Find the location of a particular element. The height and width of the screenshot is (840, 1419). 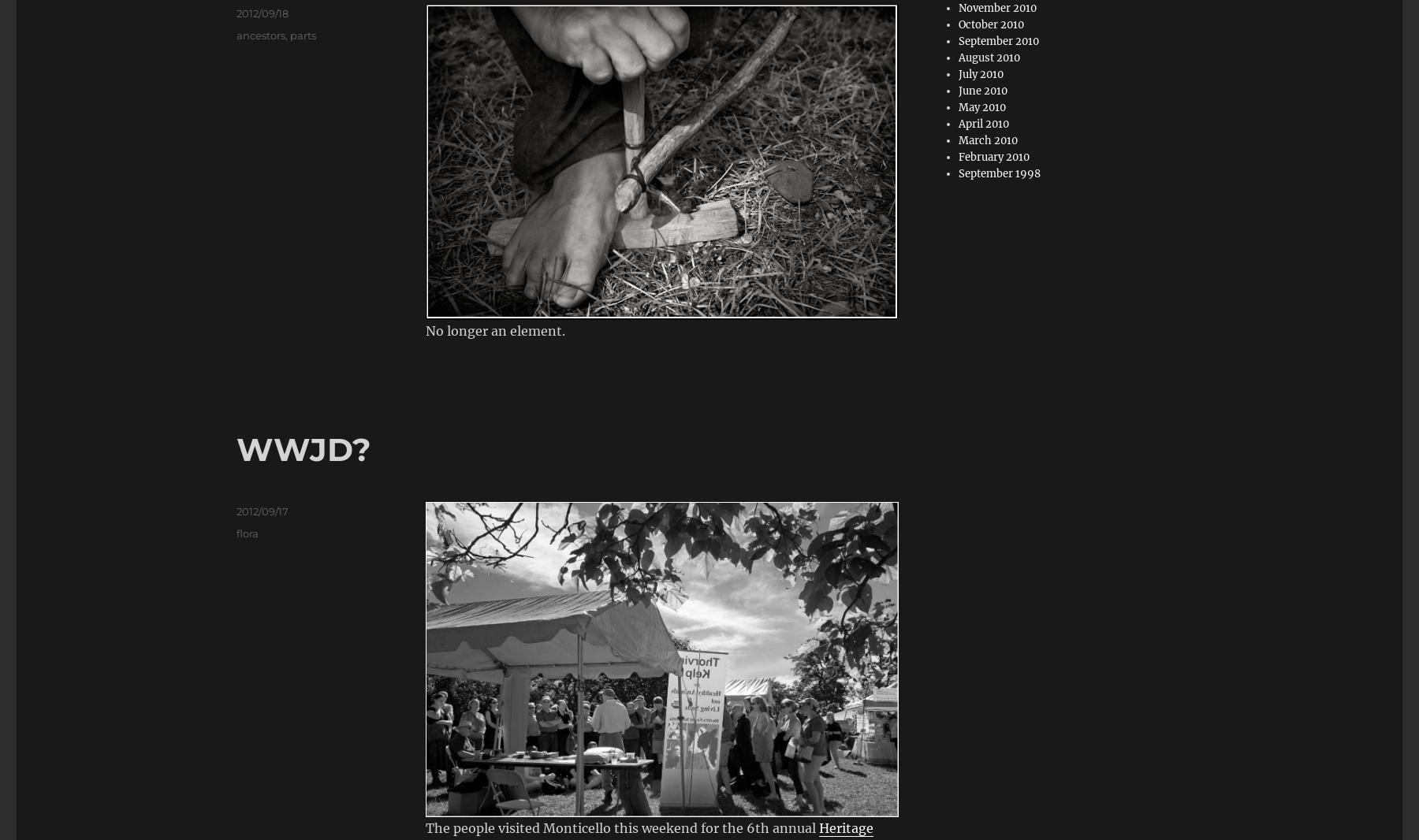

'March 2010' is located at coordinates (988, 139).